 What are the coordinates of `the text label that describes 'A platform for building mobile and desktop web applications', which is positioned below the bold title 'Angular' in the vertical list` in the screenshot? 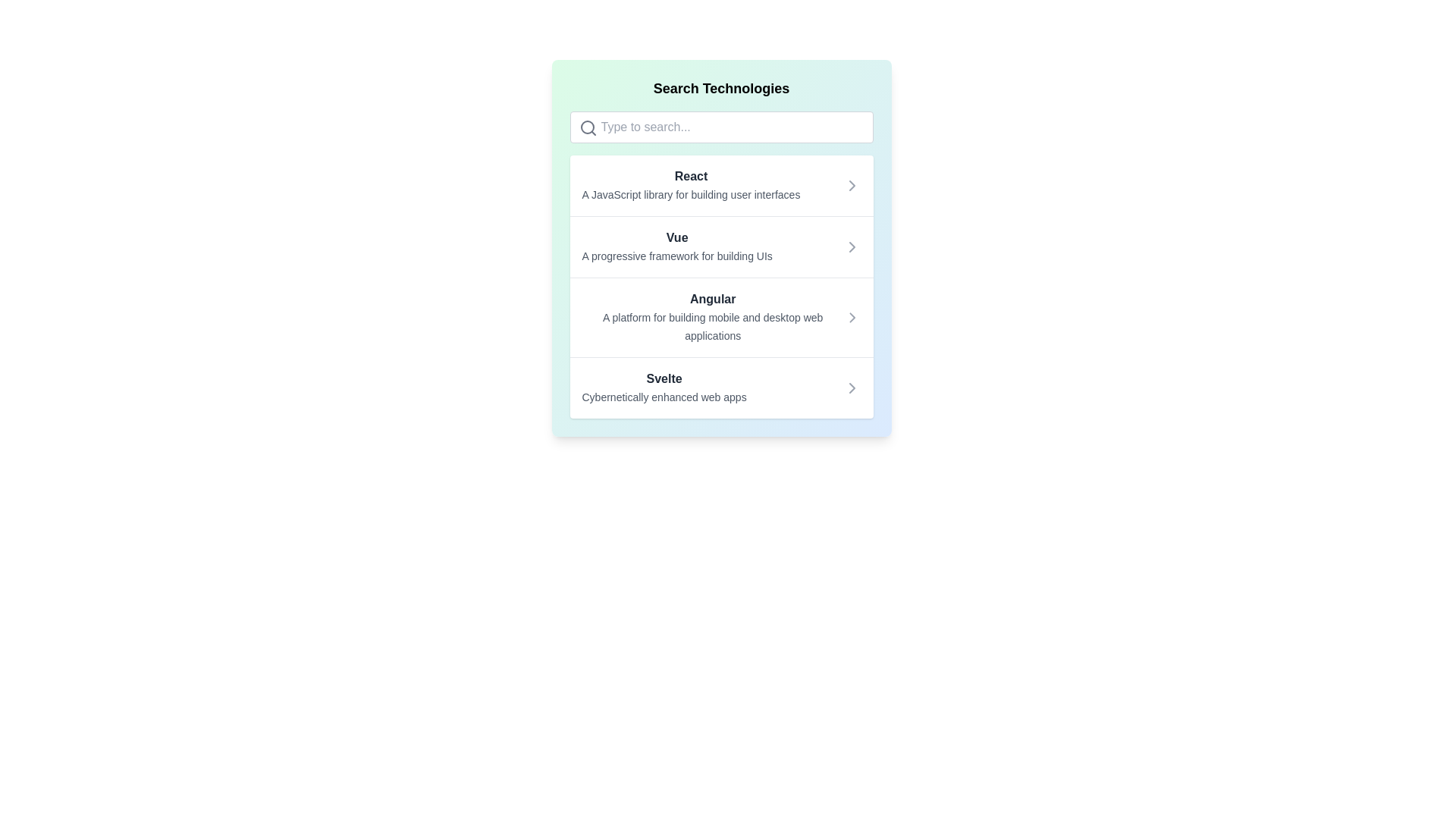 It's located at (712, 326).